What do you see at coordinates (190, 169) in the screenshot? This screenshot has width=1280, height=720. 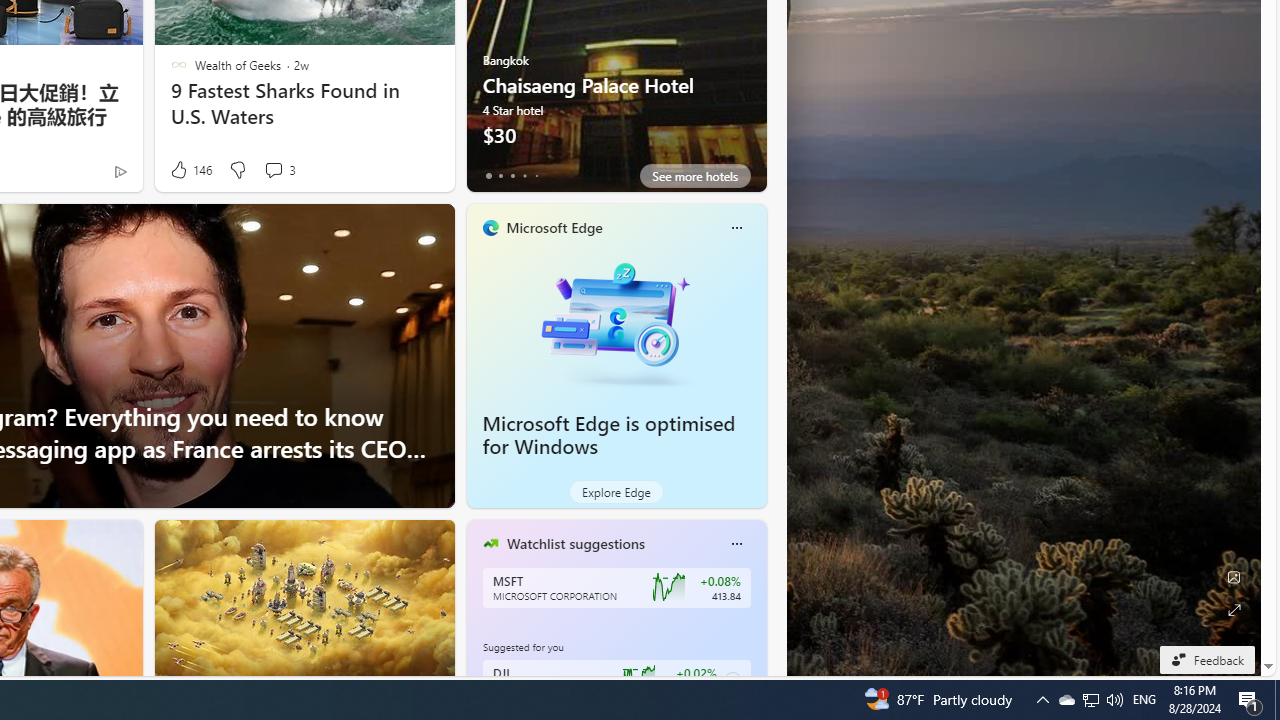 I see `'146 Like'` at bounding box center [190, 169].